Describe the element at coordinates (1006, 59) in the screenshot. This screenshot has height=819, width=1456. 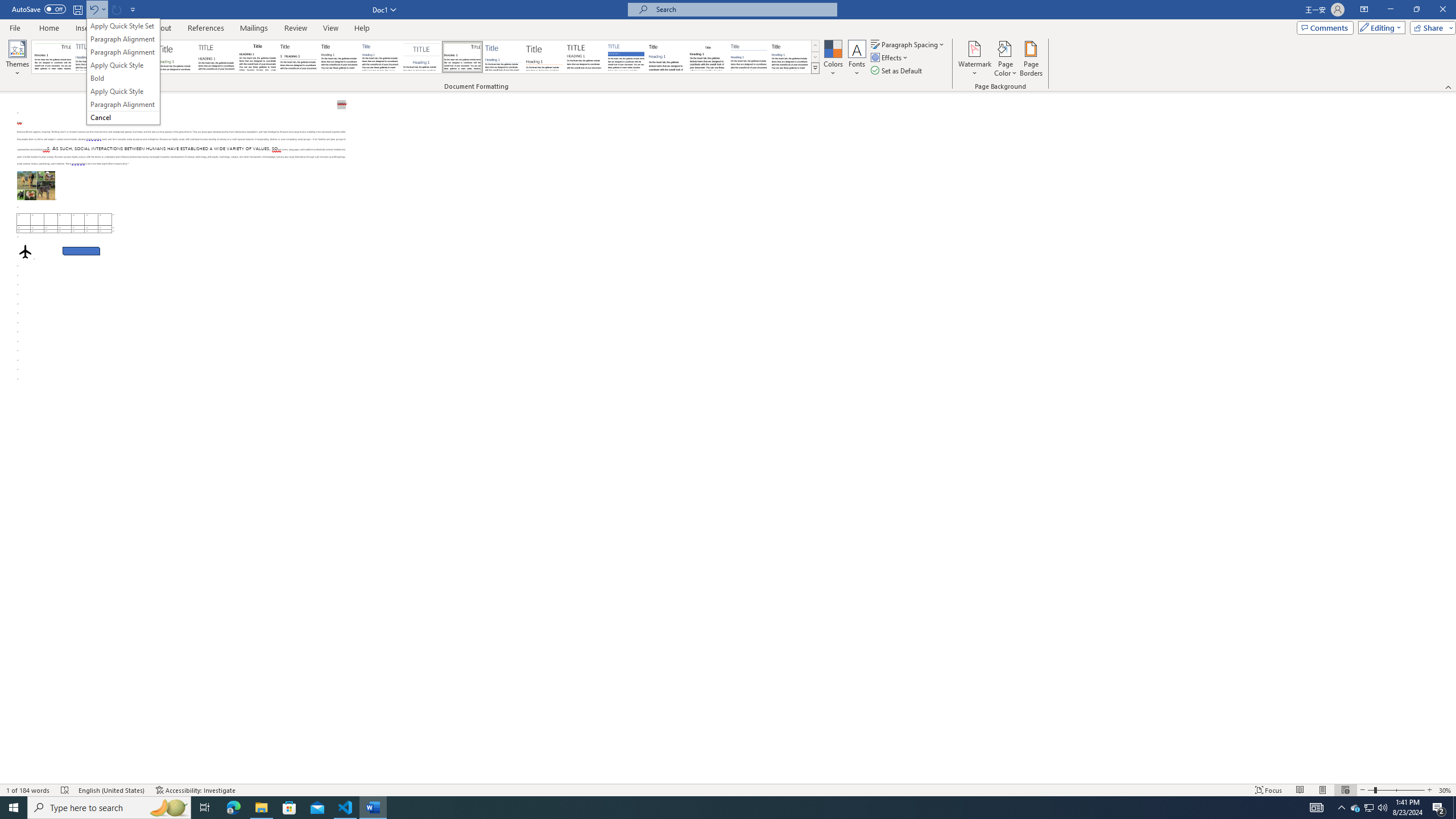
I see `'Page Color'` at that location.